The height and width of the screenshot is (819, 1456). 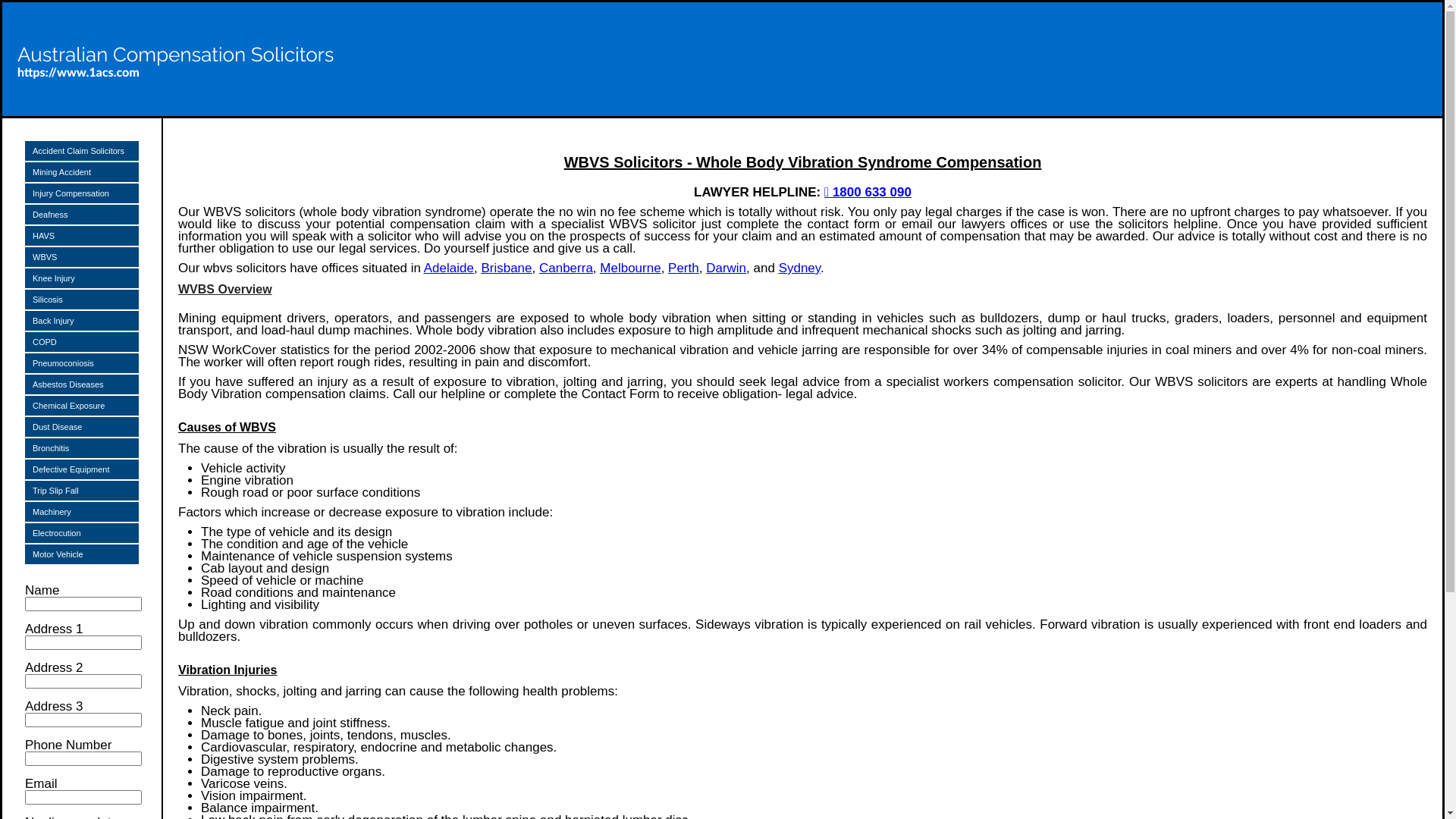 What do you see at coordinates (80, 299) in the screenshot?
I see `'Silicosis'` at bounding box center [80, 299].